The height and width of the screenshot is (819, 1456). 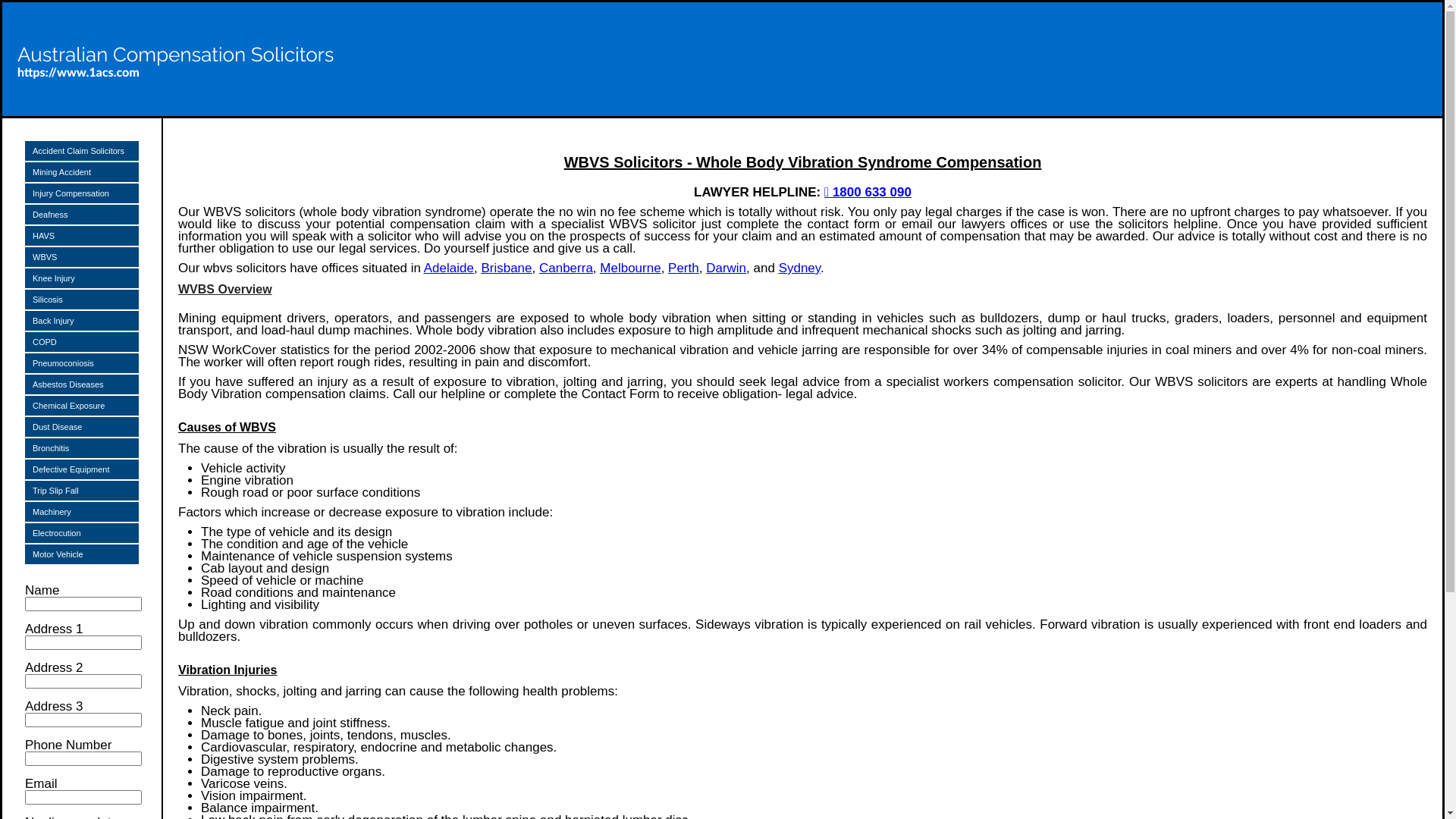 What do you see at coordinates (80, 299) in the screenshot?
I see `'Silicosis'` at bounding box center [80, 299].